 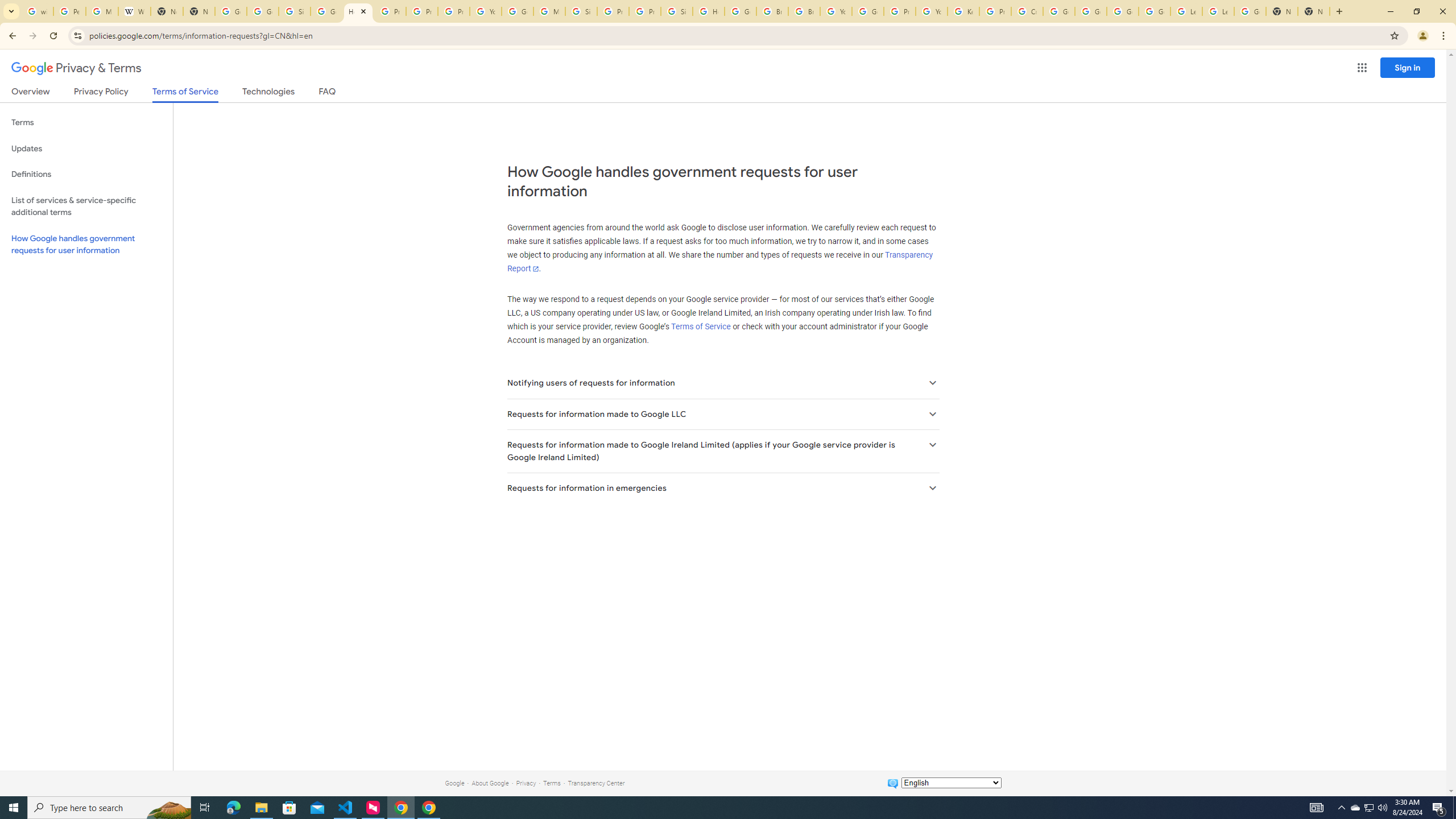 What do you see at coordinates (294, 11) in the screenshot?
I see `'Sign in - Google Accounts'` at bounding box center [294, 11].